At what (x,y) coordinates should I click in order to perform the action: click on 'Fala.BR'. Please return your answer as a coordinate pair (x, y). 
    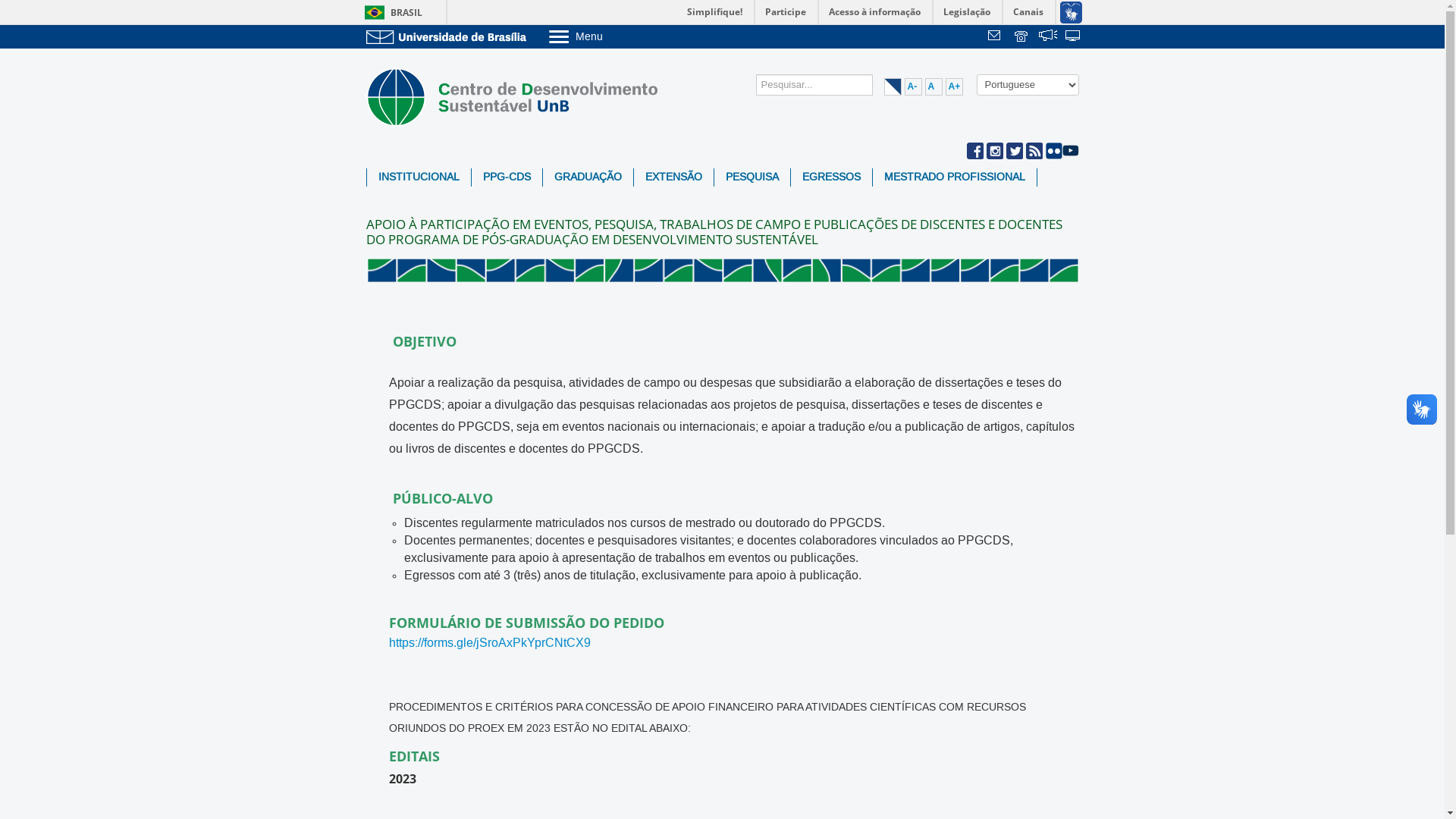
    Looking at the image, I should click on (1037, 36).